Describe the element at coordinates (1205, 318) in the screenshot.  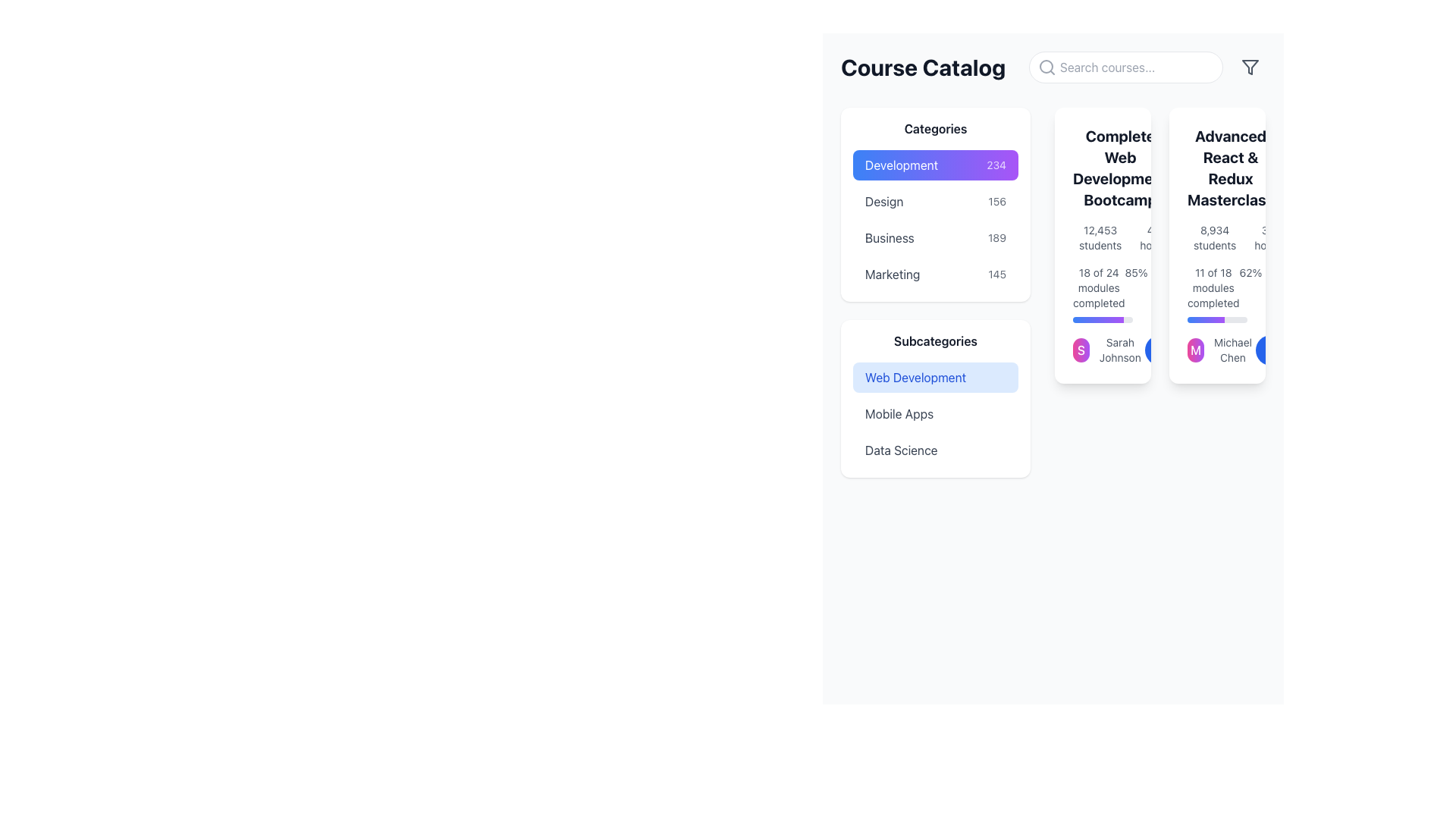
I see `the narrow rectangular gradient progress indicator transitioning from blue to purple, located at the bottom of the second card on the right-hand side of the interface` at that location.